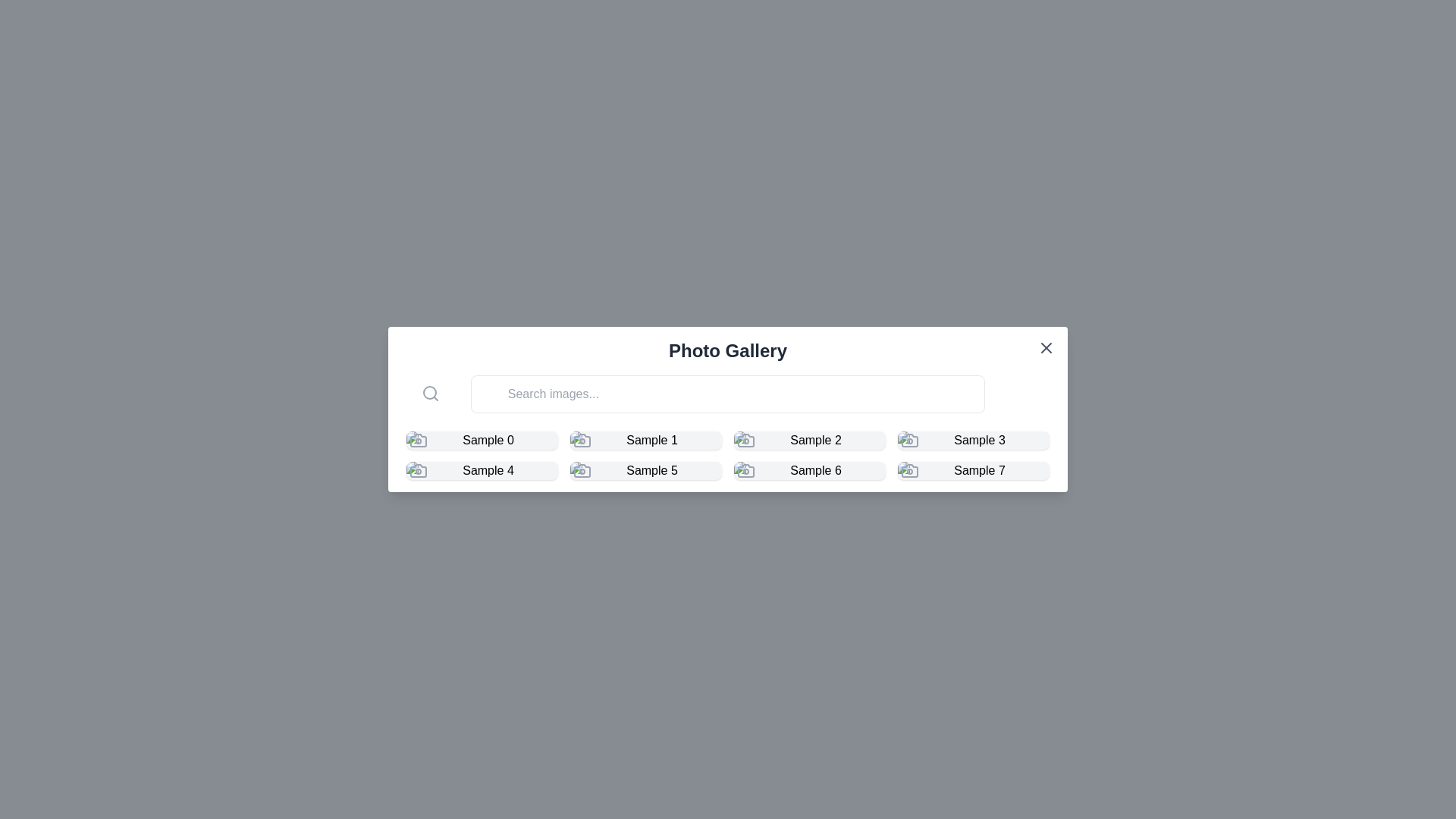 This screenshot has height=819, width=1456. Describe the element at coordinates (582, 441) in the screenshot. I see `the camera icon located within the 'Sample 1' button in the photo gallery interface` at that location.